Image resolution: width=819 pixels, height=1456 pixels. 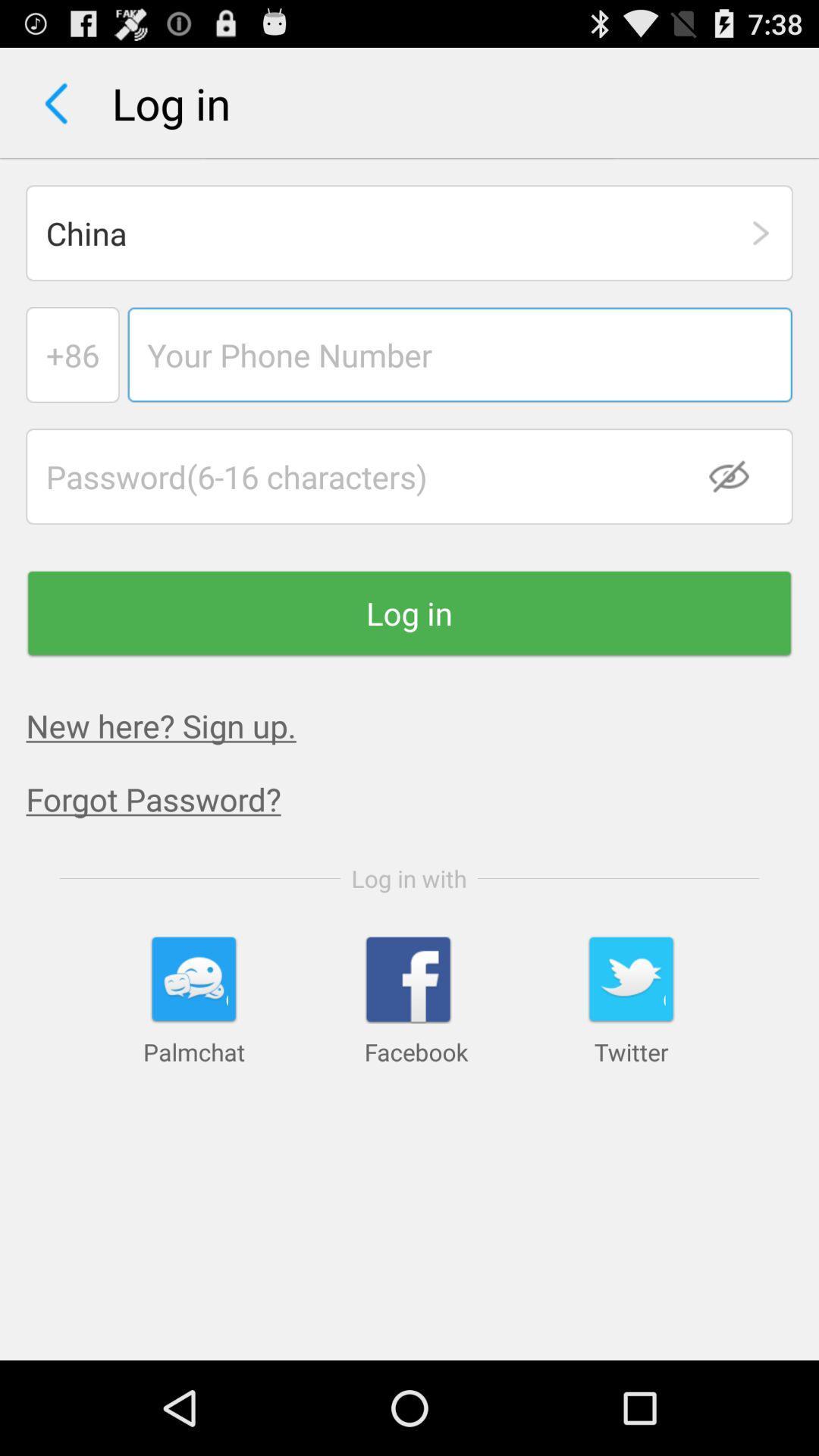 I want to click on the app below the new here sign app, so click(x=422, y=798).